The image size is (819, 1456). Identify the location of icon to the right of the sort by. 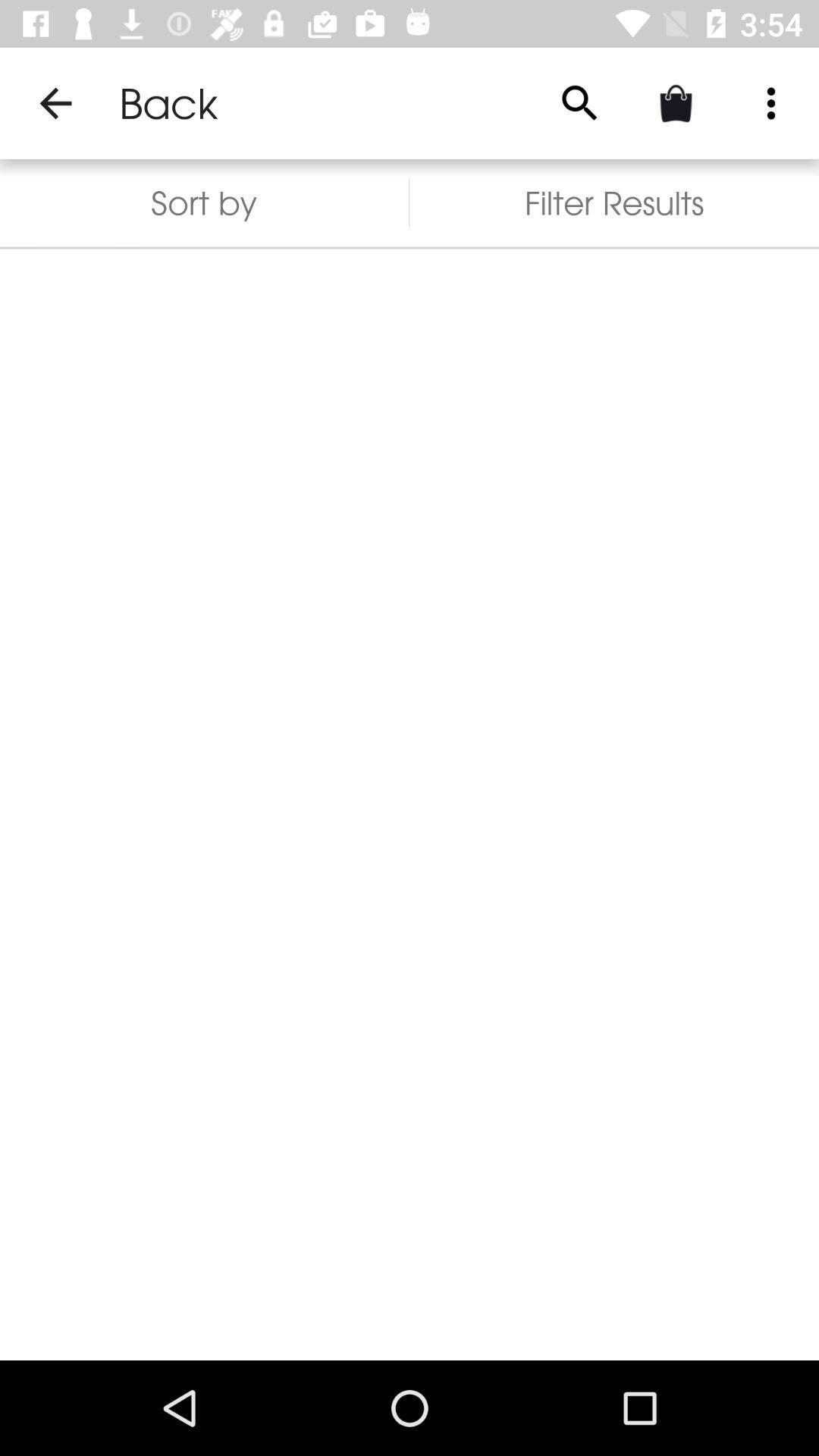
(579, 102).